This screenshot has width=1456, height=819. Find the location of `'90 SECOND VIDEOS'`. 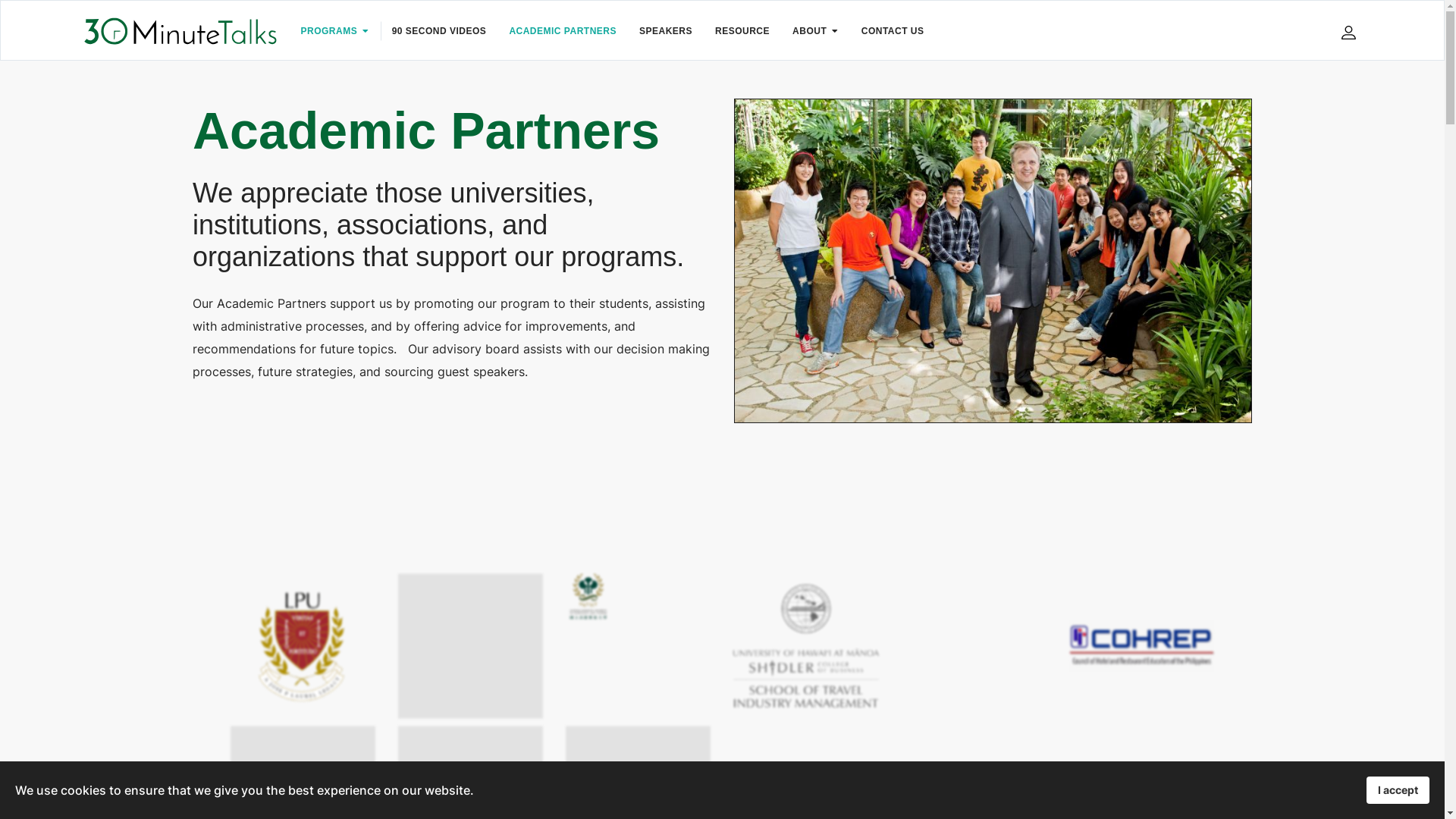

'90 SECOND VIDEOS' is located at coordinates (438, 31).